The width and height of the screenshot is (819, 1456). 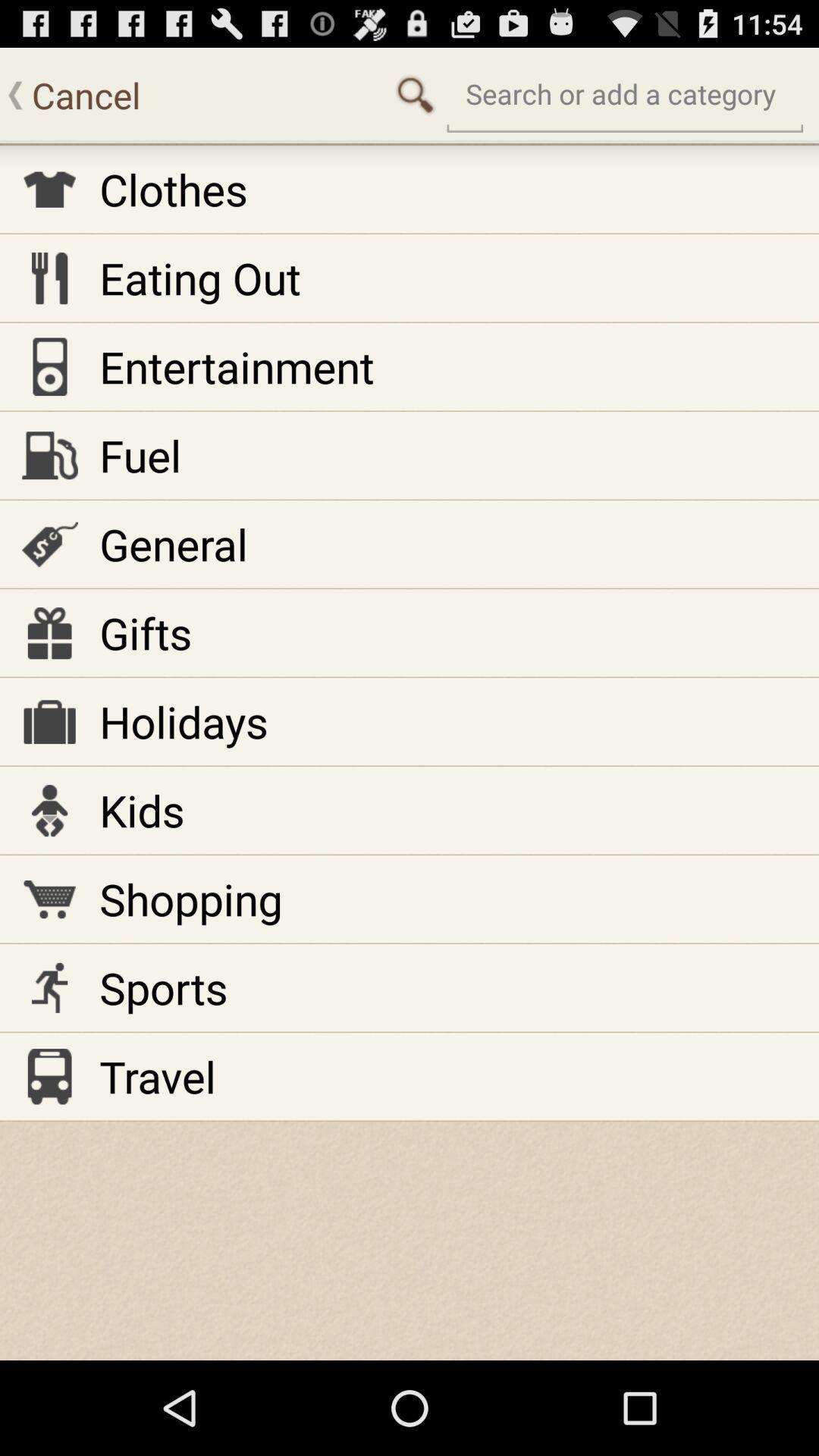 I want to click on item below fuel, so click(x=173, y=544).